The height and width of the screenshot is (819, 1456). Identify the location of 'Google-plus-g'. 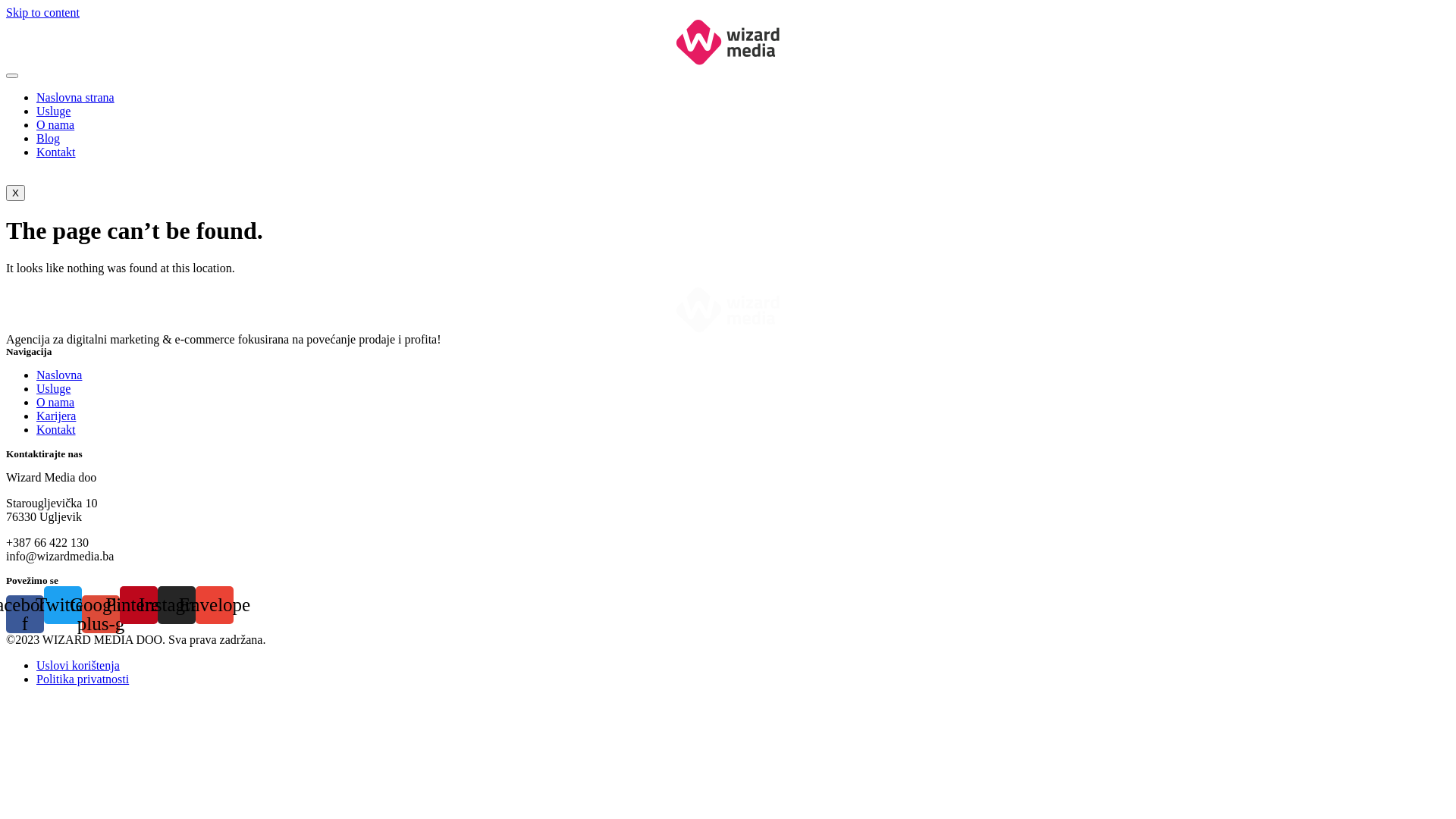
(100, 614).